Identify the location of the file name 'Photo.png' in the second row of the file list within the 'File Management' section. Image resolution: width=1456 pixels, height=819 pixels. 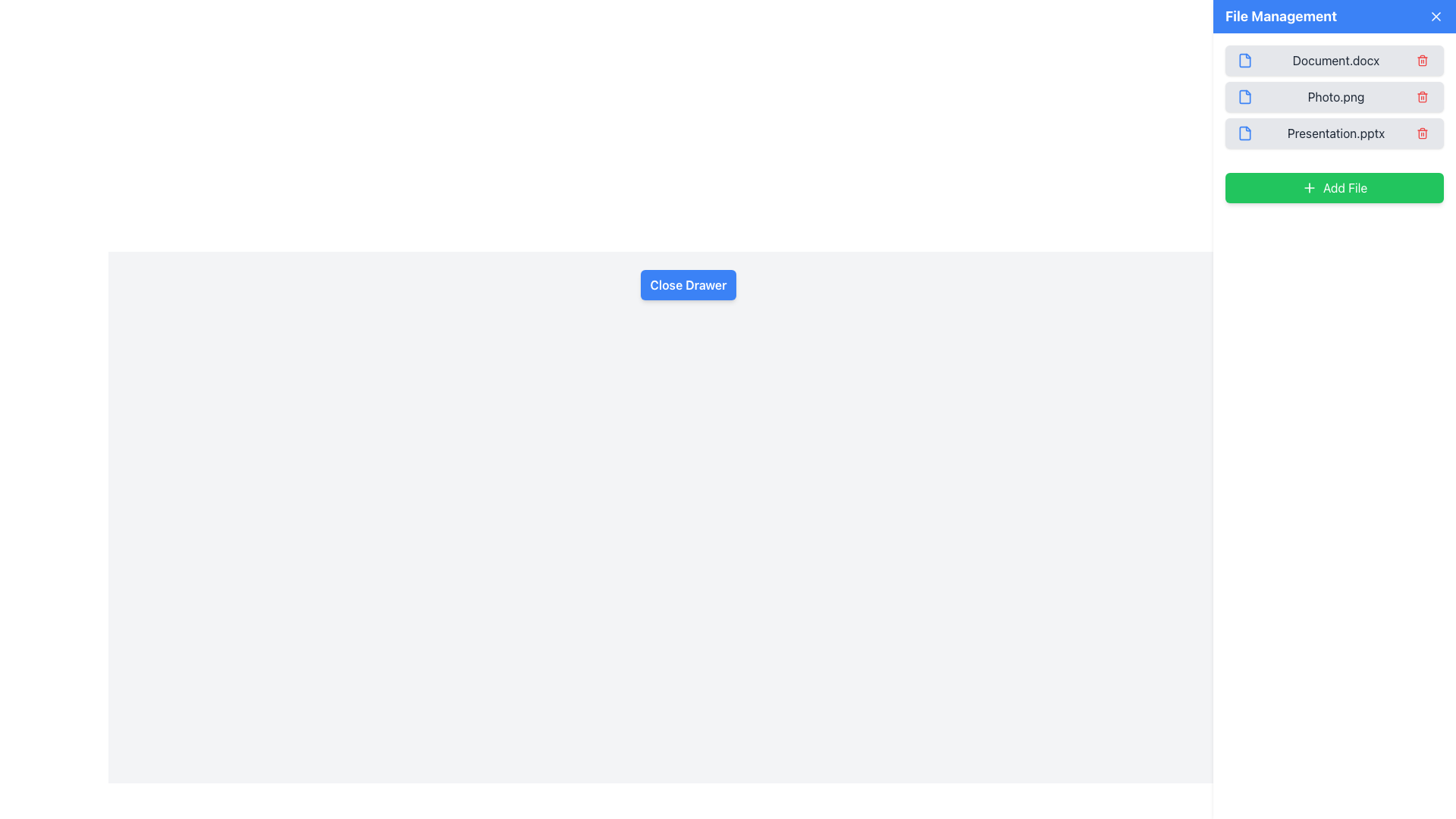
(1335, 96).